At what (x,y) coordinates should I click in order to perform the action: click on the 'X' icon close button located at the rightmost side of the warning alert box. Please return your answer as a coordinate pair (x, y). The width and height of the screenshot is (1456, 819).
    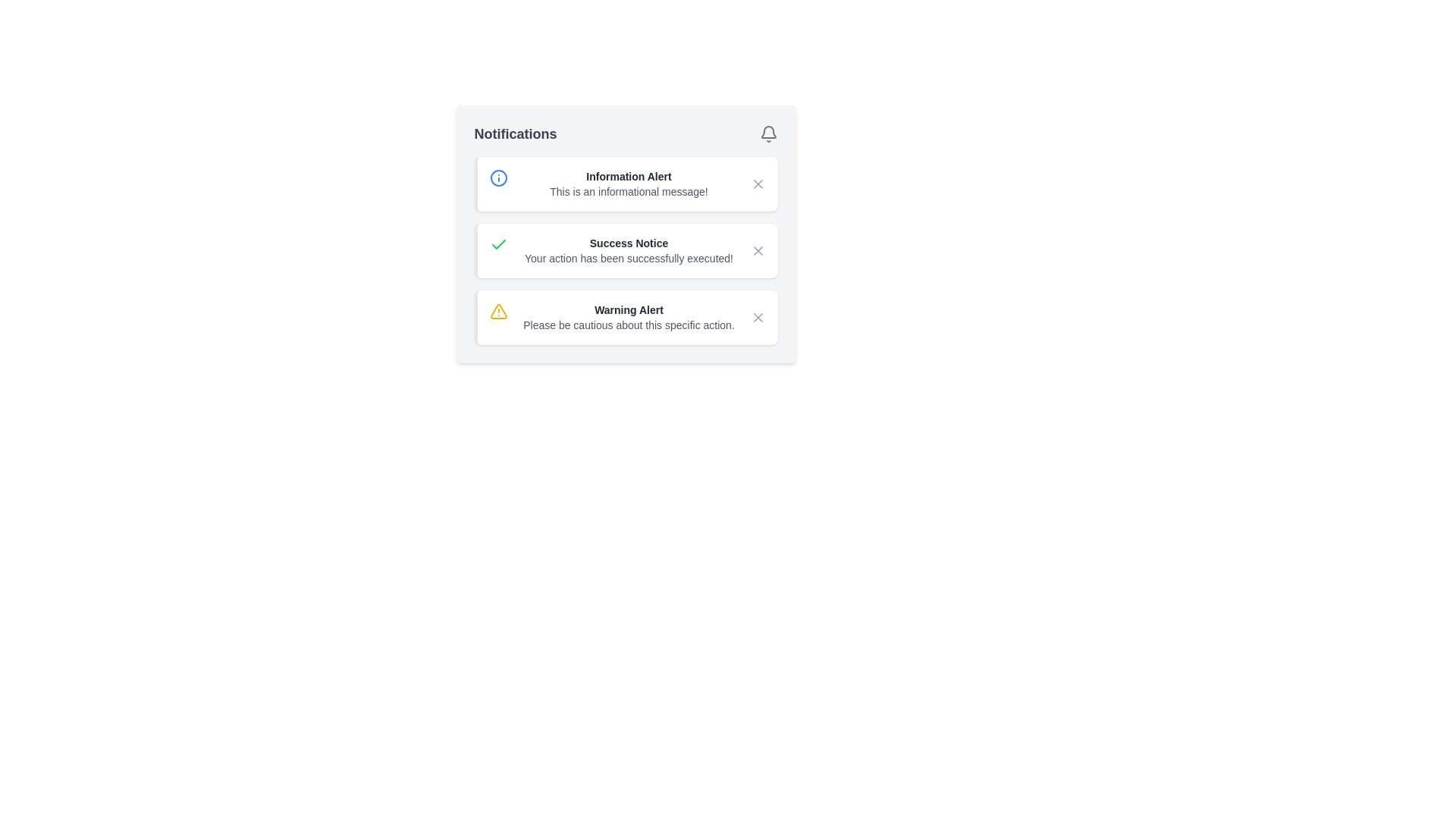
    Looking at the image, I should click on (758, 317).